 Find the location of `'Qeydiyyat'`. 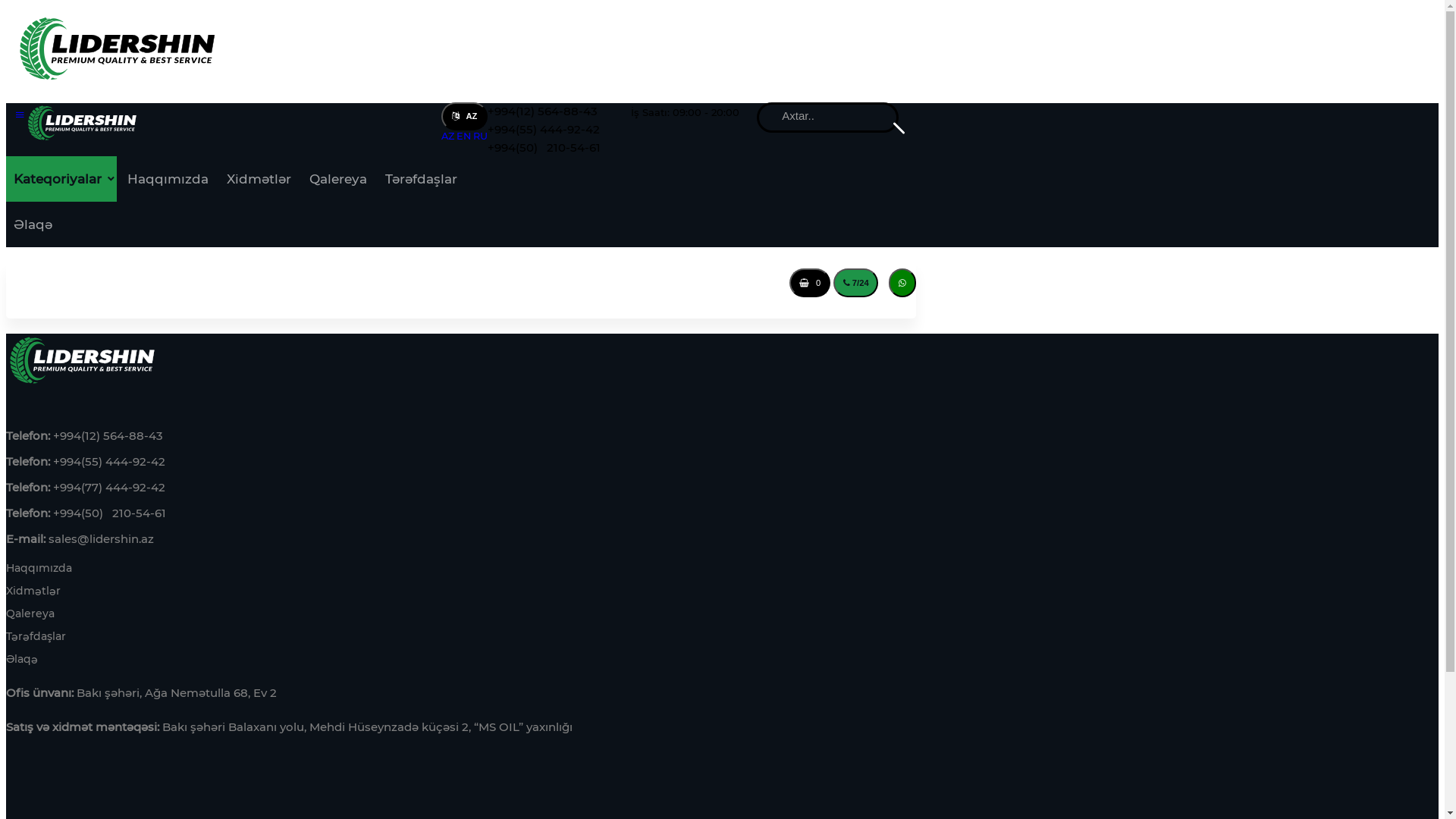

'Qeydiyyat' is located at coordinates (630, 281).